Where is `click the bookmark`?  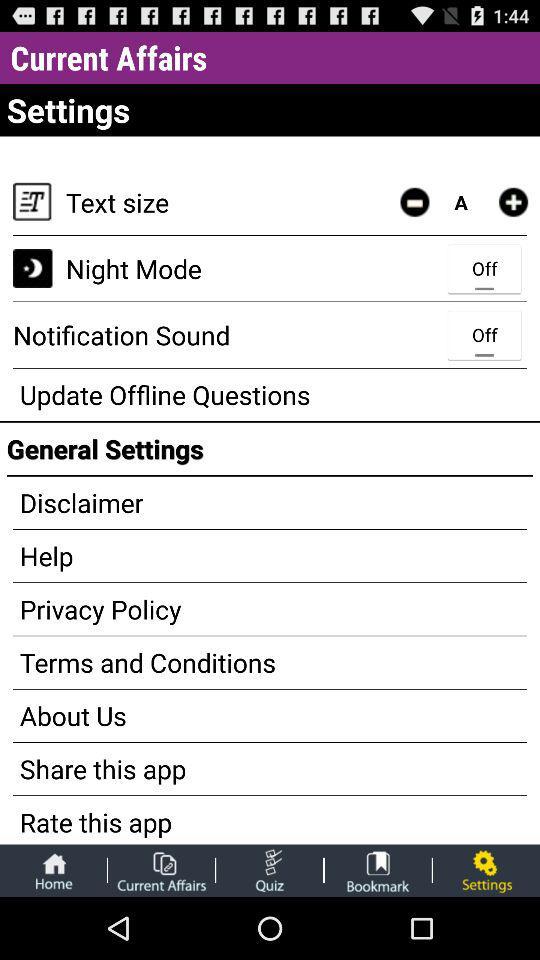 click the bookmark is located at coordinates (378, 869).